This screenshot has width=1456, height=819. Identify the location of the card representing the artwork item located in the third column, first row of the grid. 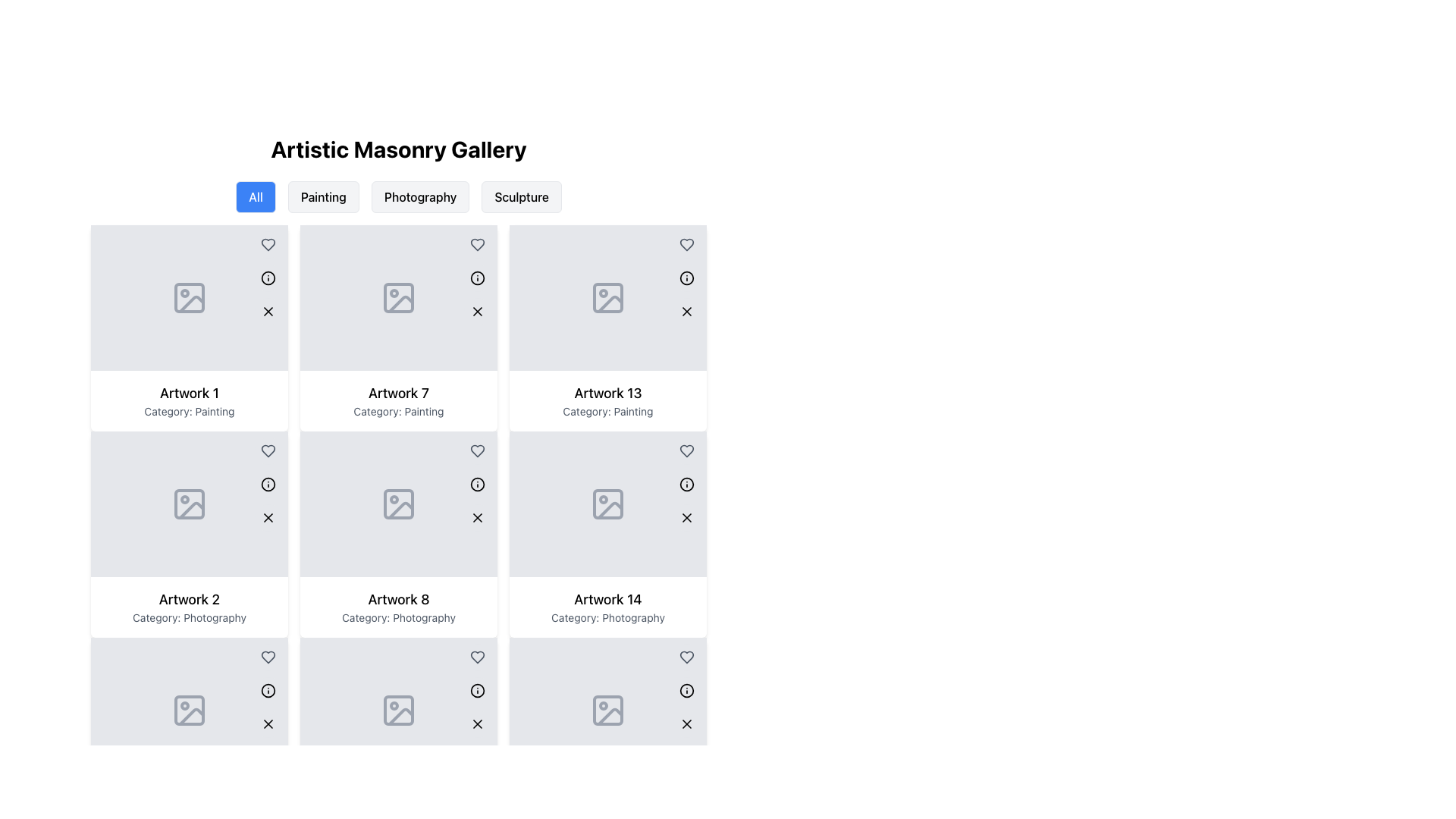
(607, 327).